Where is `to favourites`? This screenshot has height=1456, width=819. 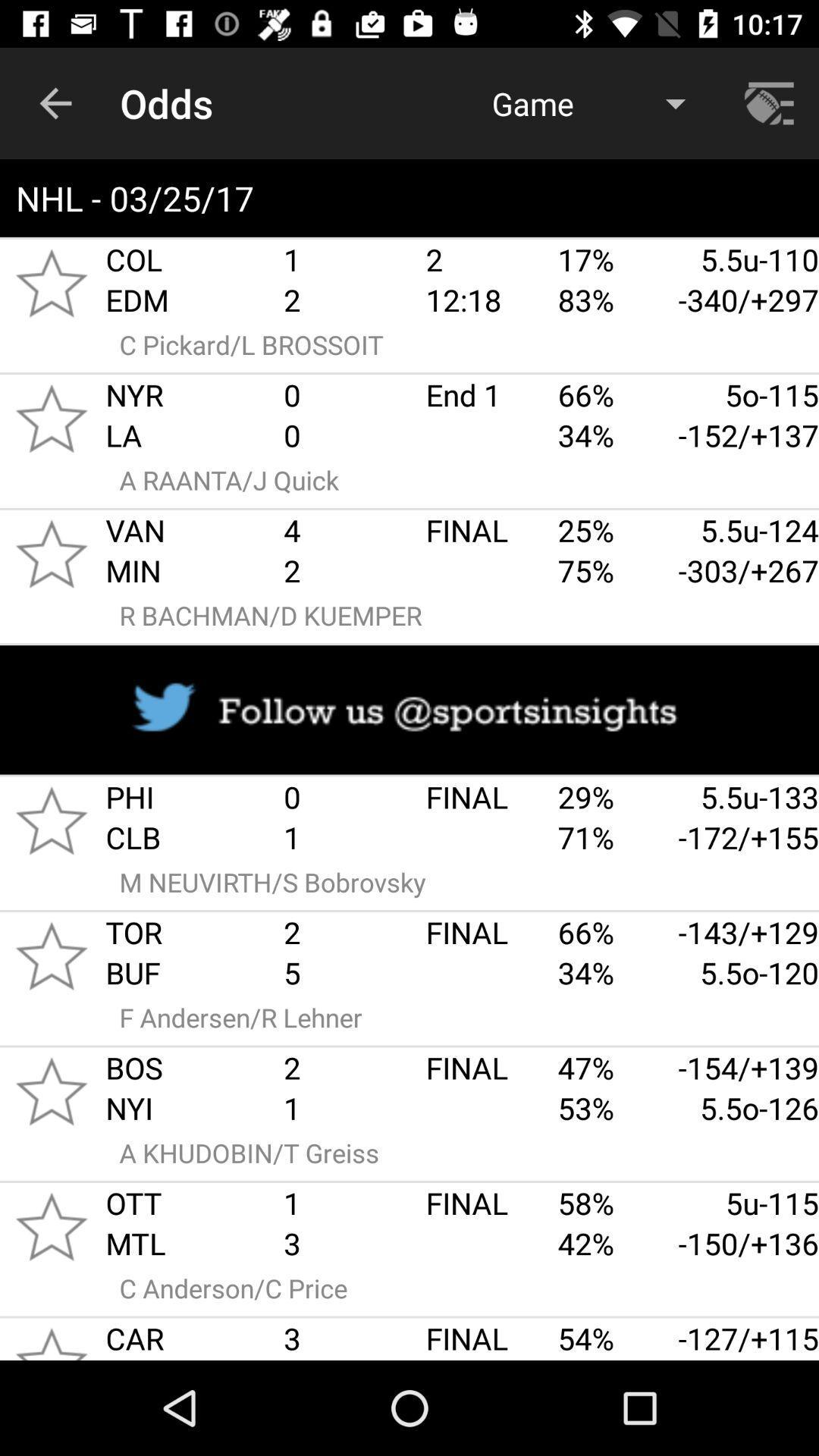 to favourites is located at coordinates (51, 283).